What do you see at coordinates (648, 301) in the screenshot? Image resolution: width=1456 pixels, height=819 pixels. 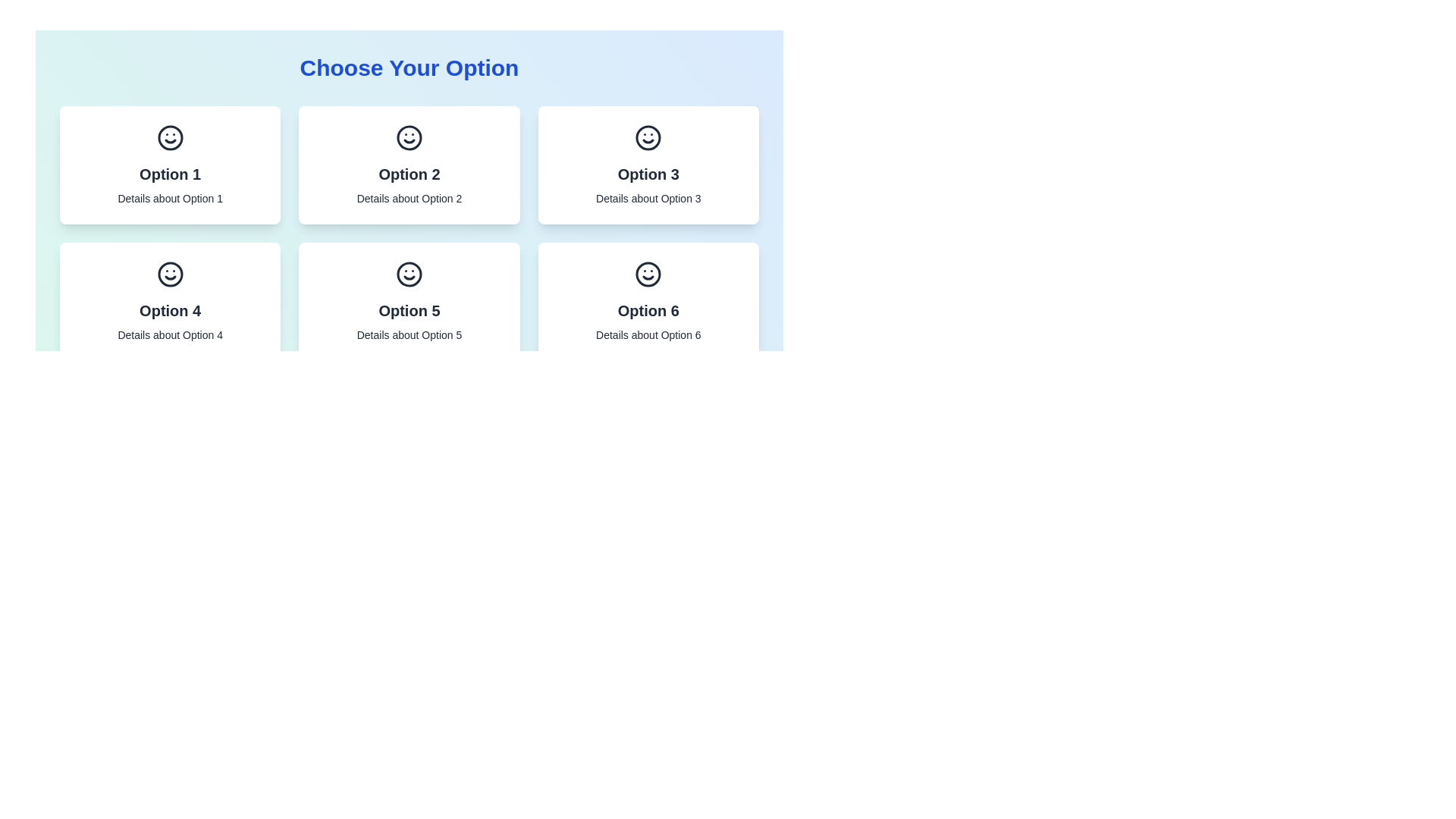 I see `the interactive option selector card titled 'How this Card works' located` at bounding box center [648, 301].